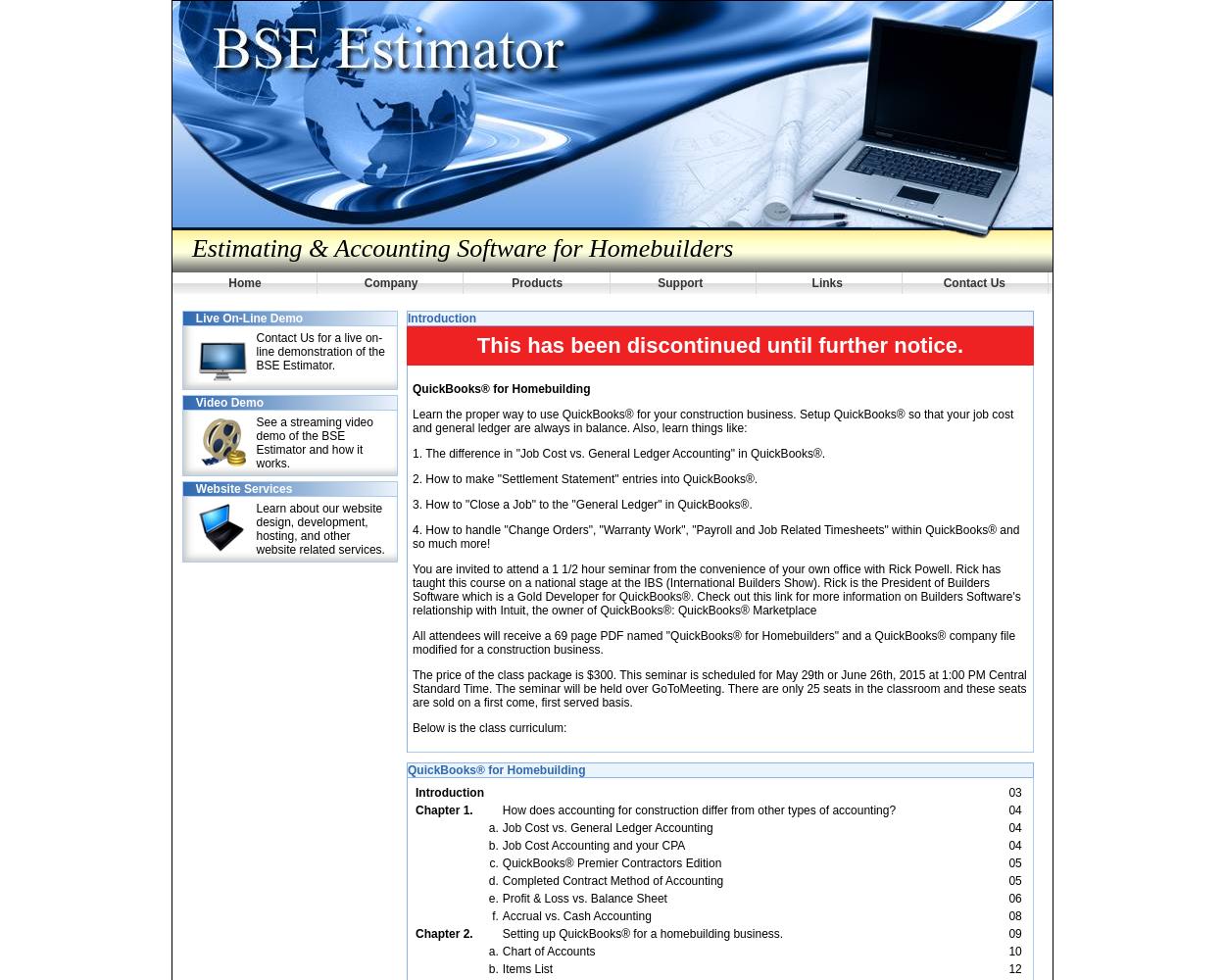  I want to click on 'Completed Contract Method of Accounting', so click(612, 881).